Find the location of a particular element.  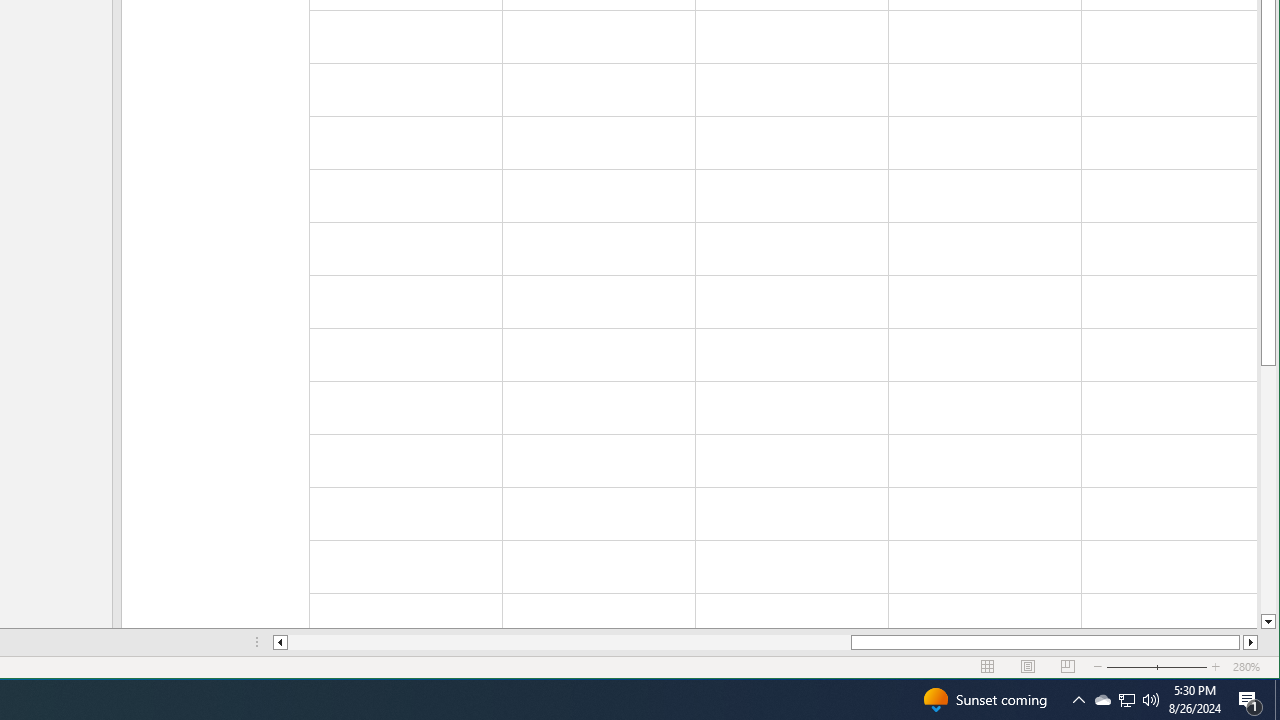

'Show desktop' is located at coordinates (1276, 698).